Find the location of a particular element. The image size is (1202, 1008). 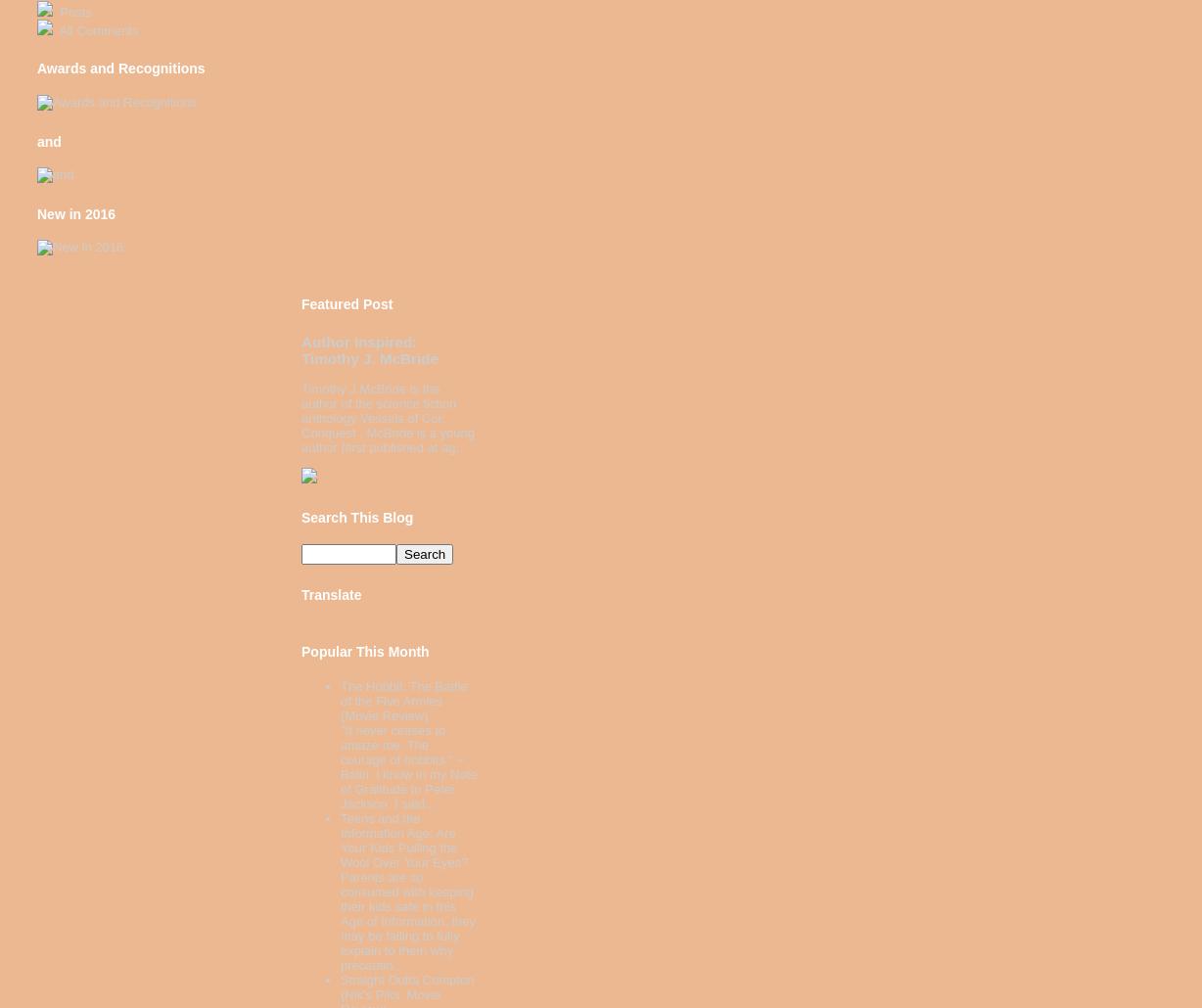

'"It never ceases to amaze me. The courage of hobbits." ~ Balin        I know in my Note of Gratitude to Peter Jackson  I said...' is located at coordinates (408, 766).